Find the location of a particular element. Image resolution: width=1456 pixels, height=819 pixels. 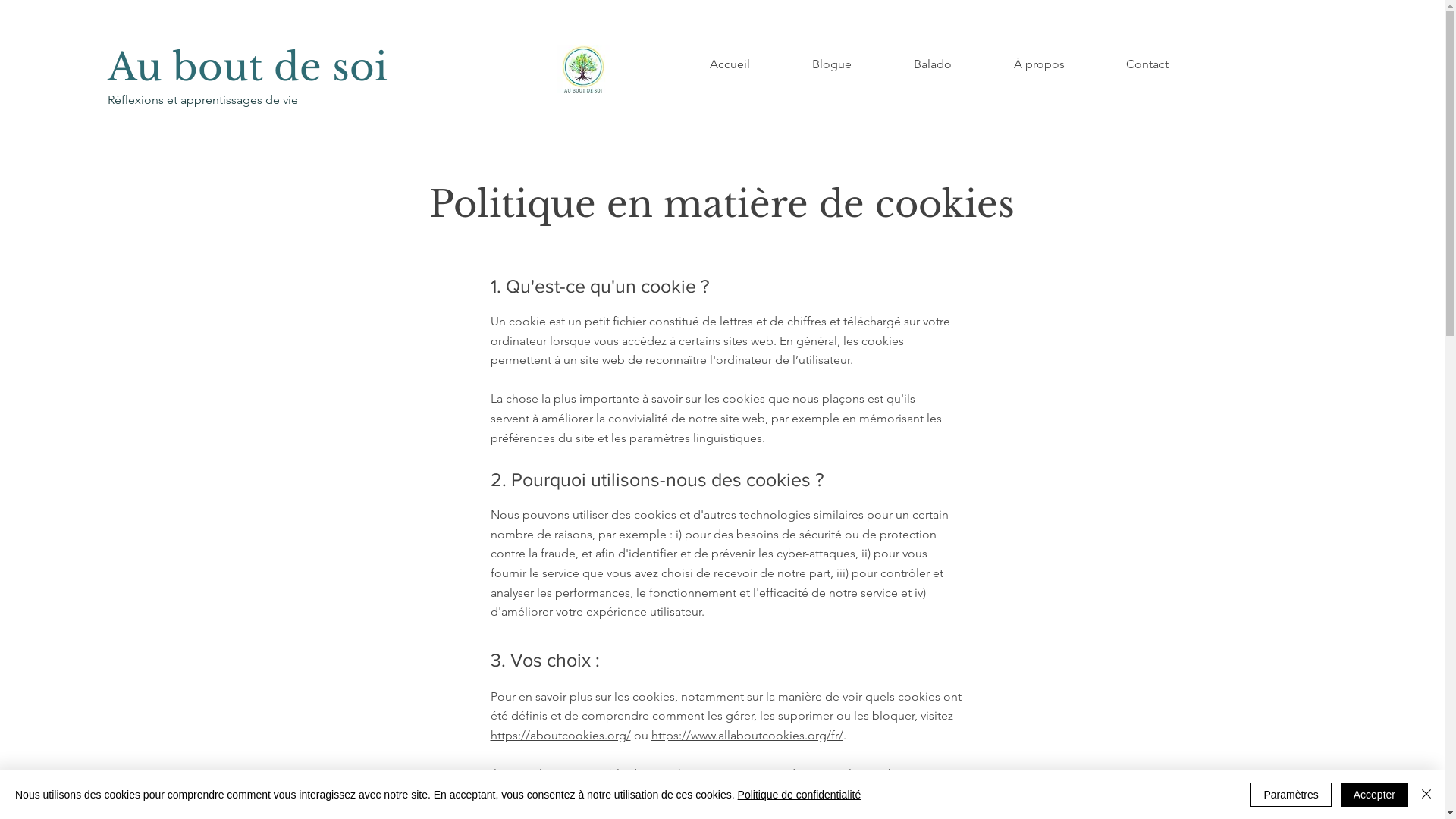

'Accepter' is located at coordinates (1374, 794).